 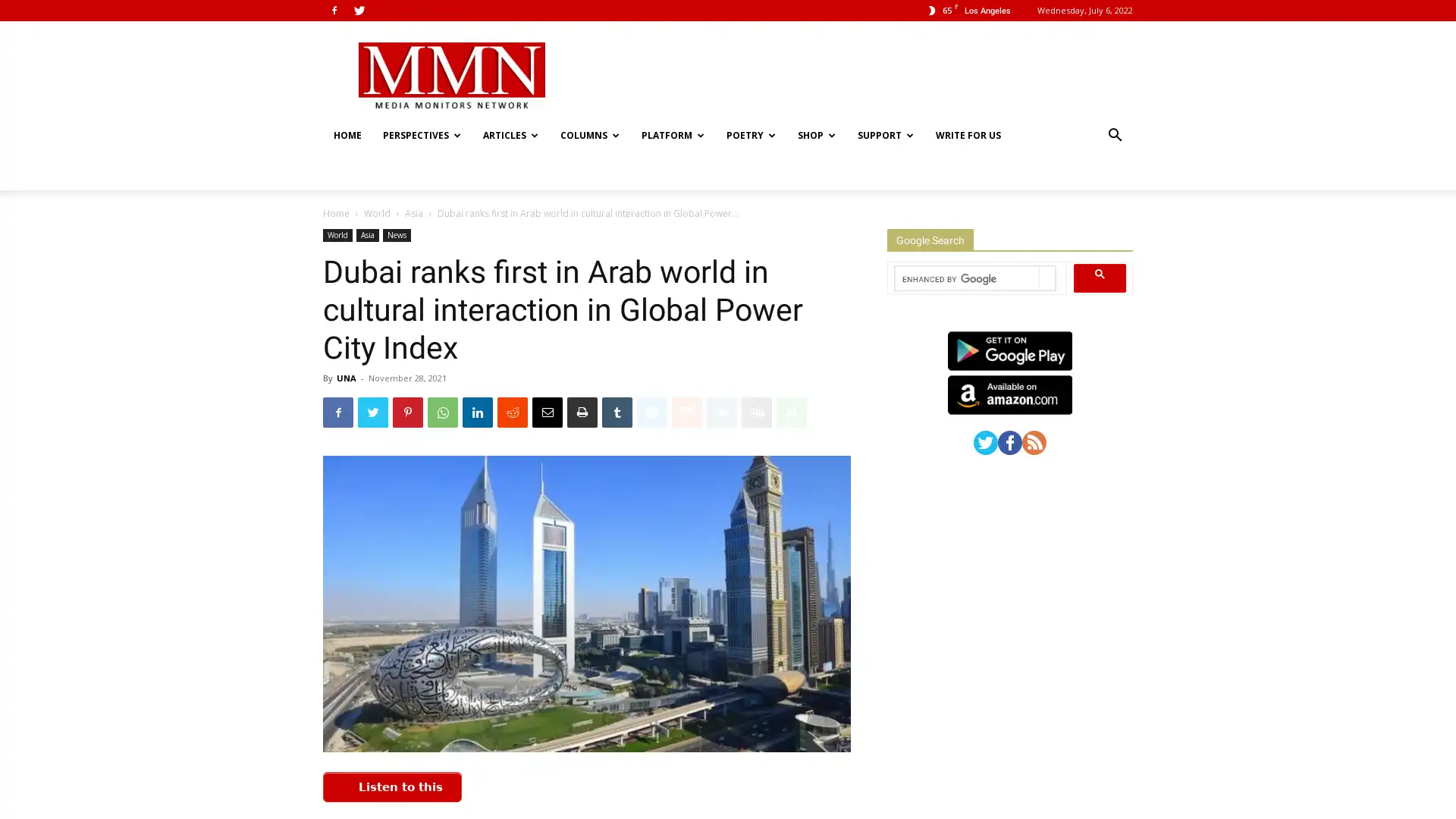 What do you see at coordinates (392, 751) in the screenshot?
I see `Listen to this` at bounding box center [392, 751].